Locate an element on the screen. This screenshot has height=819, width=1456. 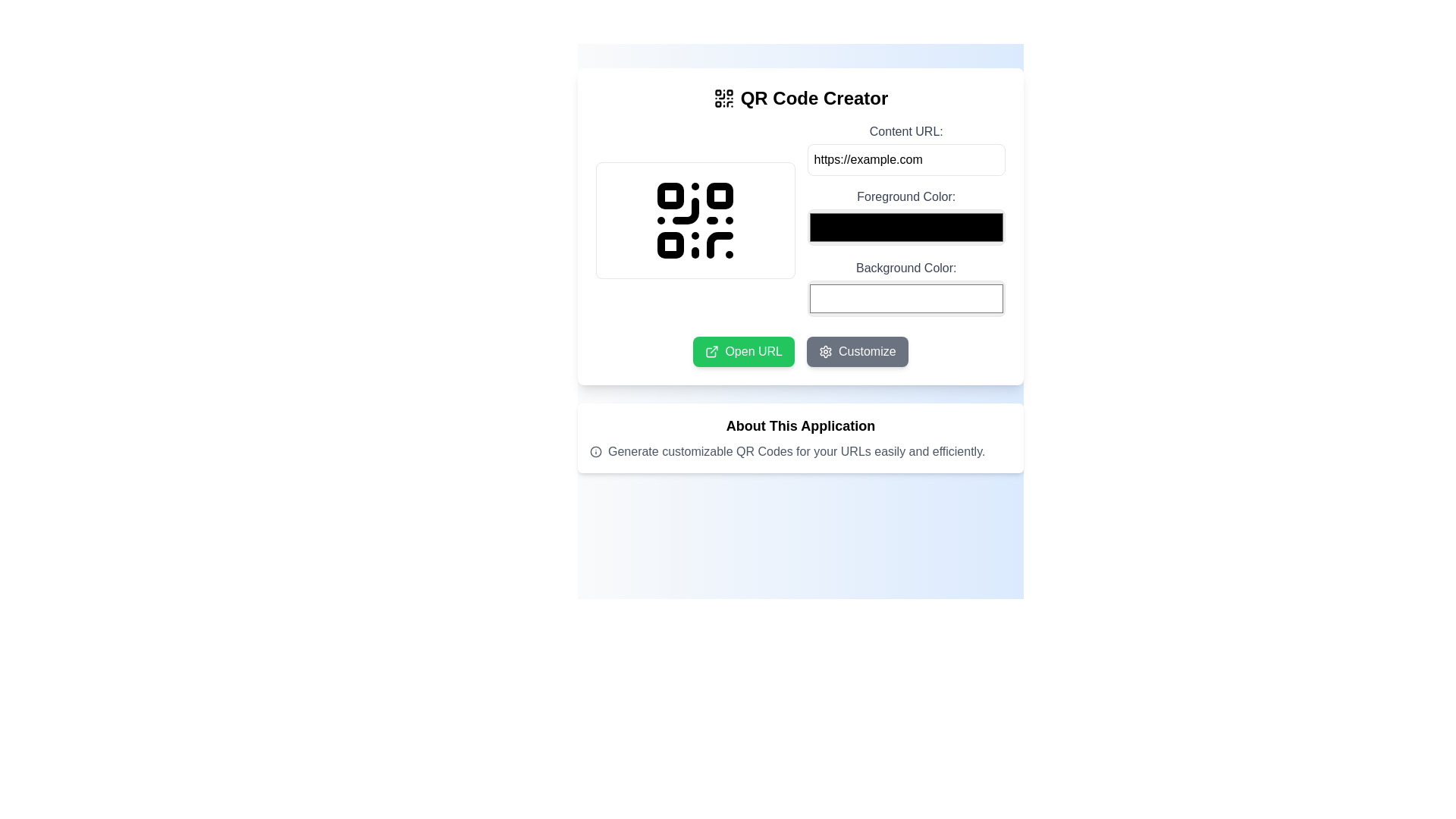
the text label displaying 'Foreground Color:' which is styled in gray and serves as a label for the color picker is located at coordinates (906, 196).